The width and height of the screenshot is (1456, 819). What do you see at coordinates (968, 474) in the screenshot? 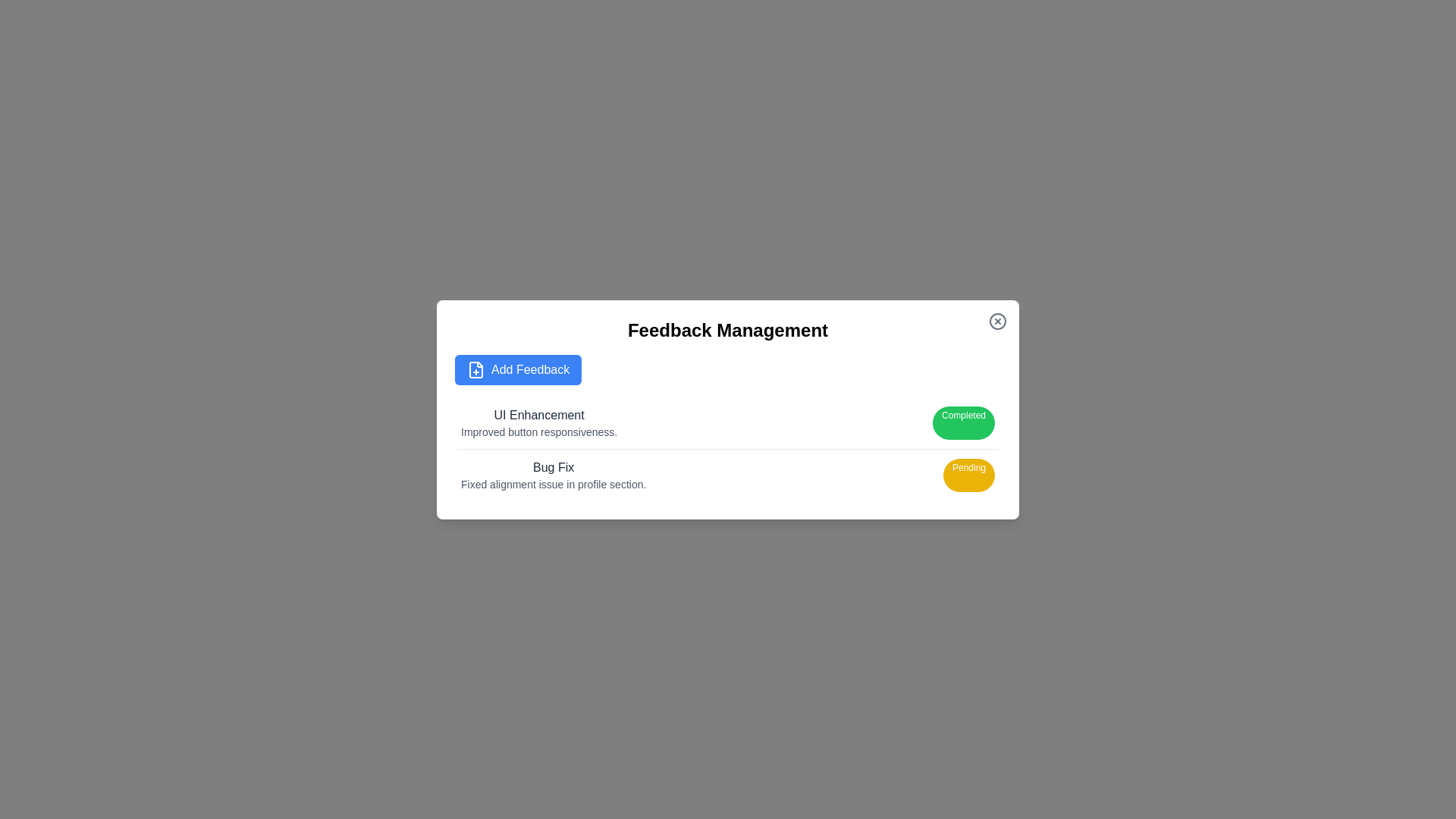
I see `status text from the status indicator that shows 'Pending' for the feedback entry titled 'Bug Fix.'` at bounding box center [968, 474].